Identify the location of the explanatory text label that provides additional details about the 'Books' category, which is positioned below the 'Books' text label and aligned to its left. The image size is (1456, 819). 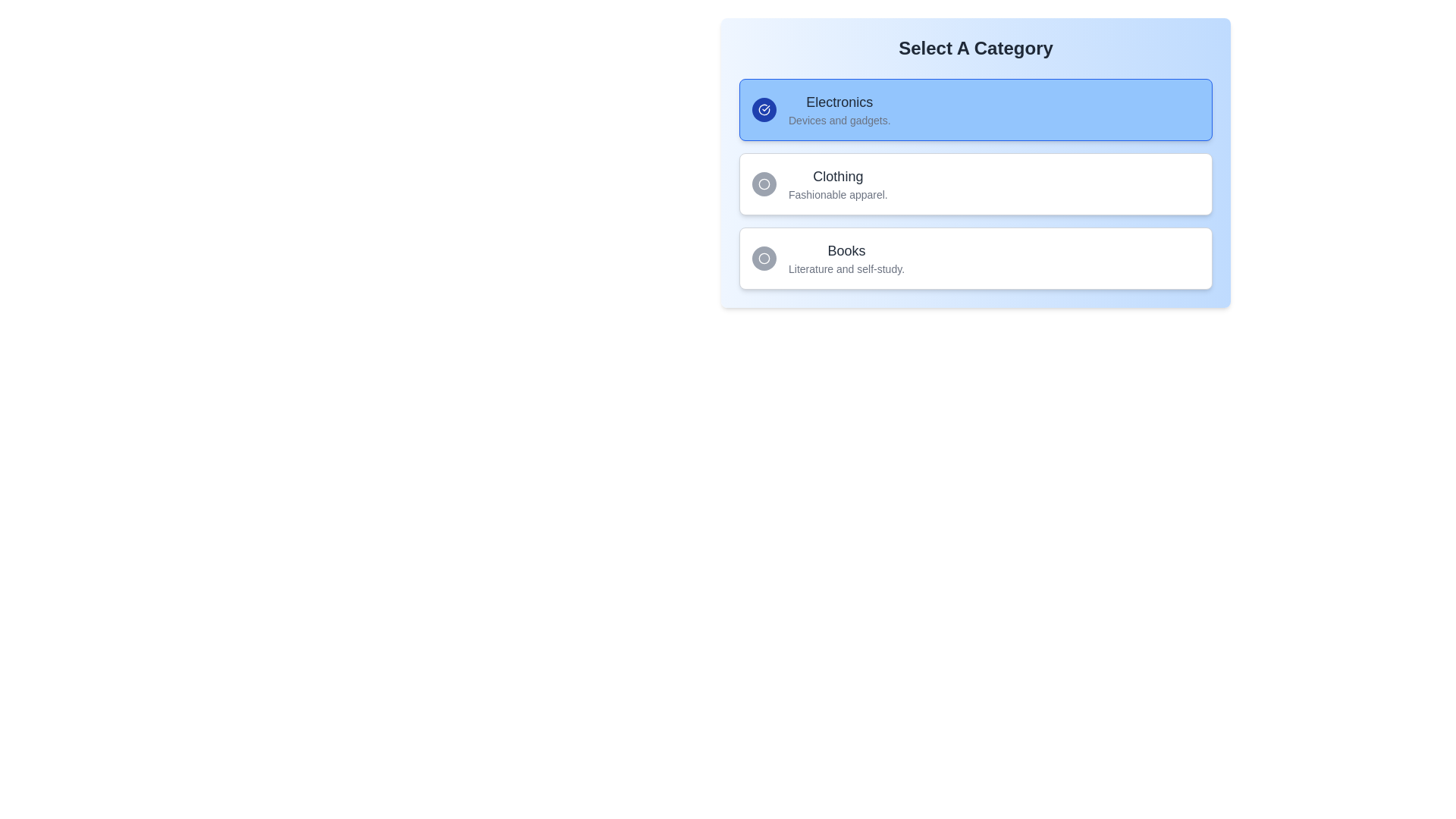
(846, 268).